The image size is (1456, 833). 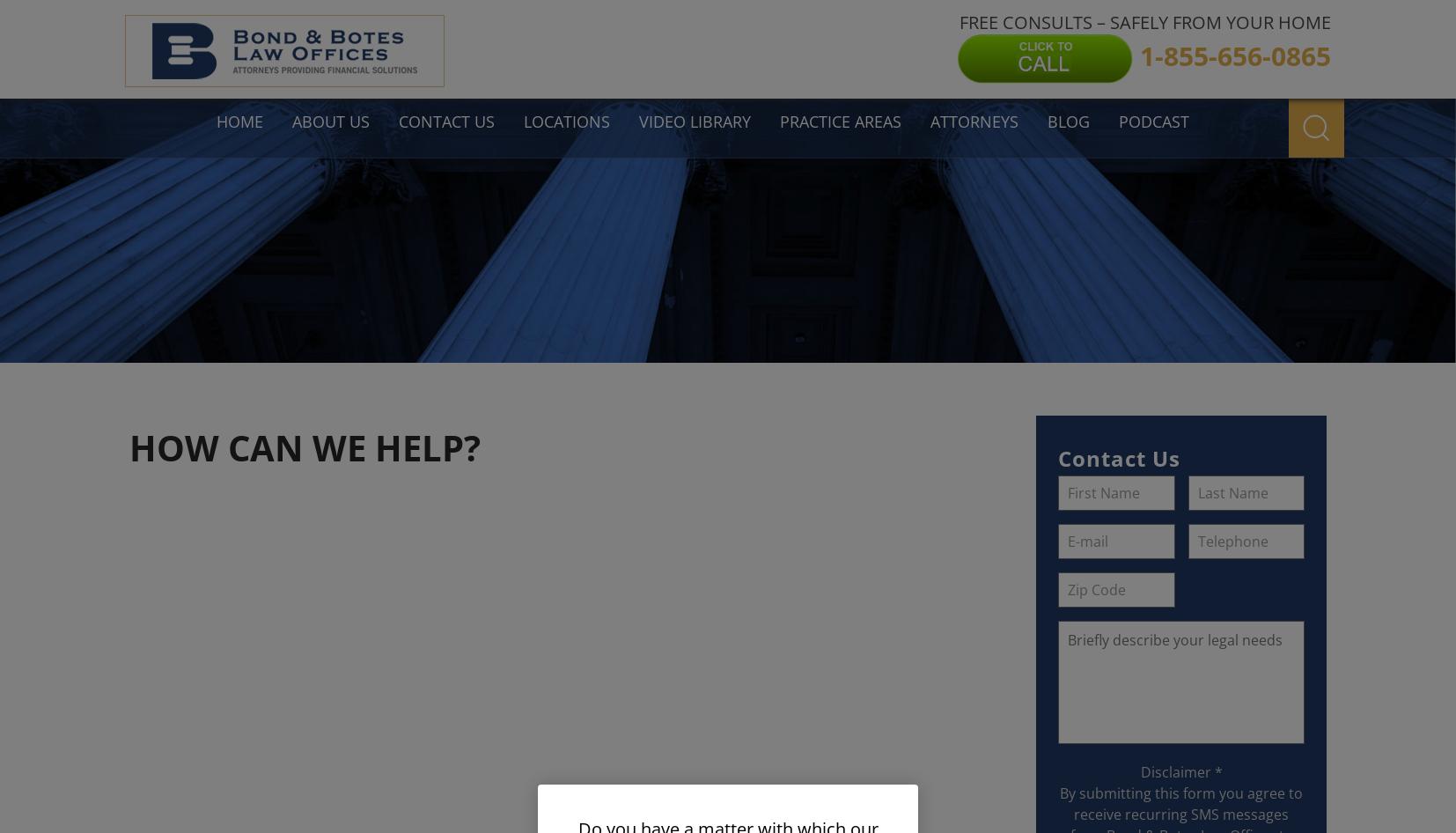 I want to click on 'FREE CONSULTS – SAFELY FROM YOUR HOME', so click(x=1144, y=22).